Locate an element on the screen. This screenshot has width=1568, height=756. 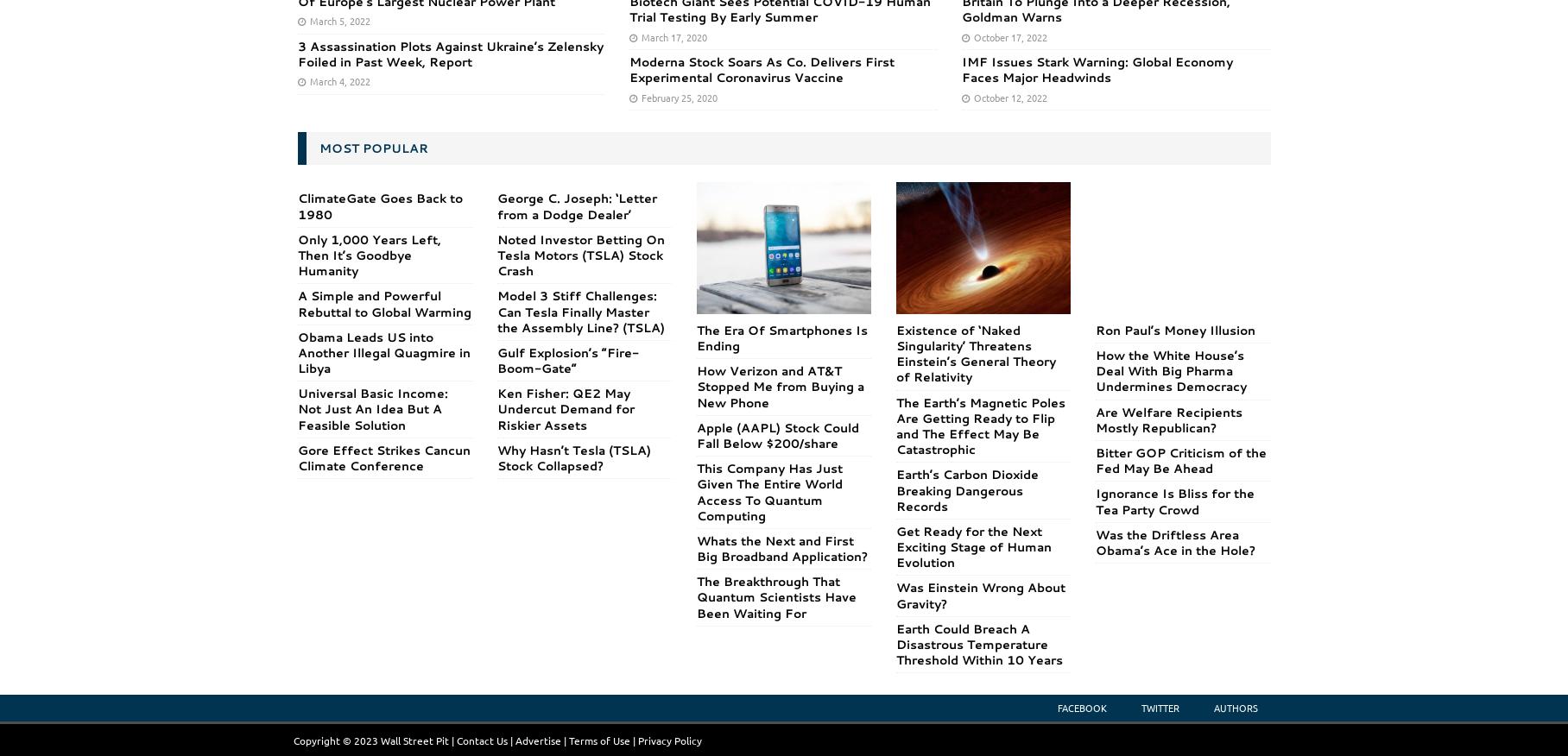
'Universal Basic Income: Not Just An Idea But A Feasible Solution' is located at coordinates (370, 408).